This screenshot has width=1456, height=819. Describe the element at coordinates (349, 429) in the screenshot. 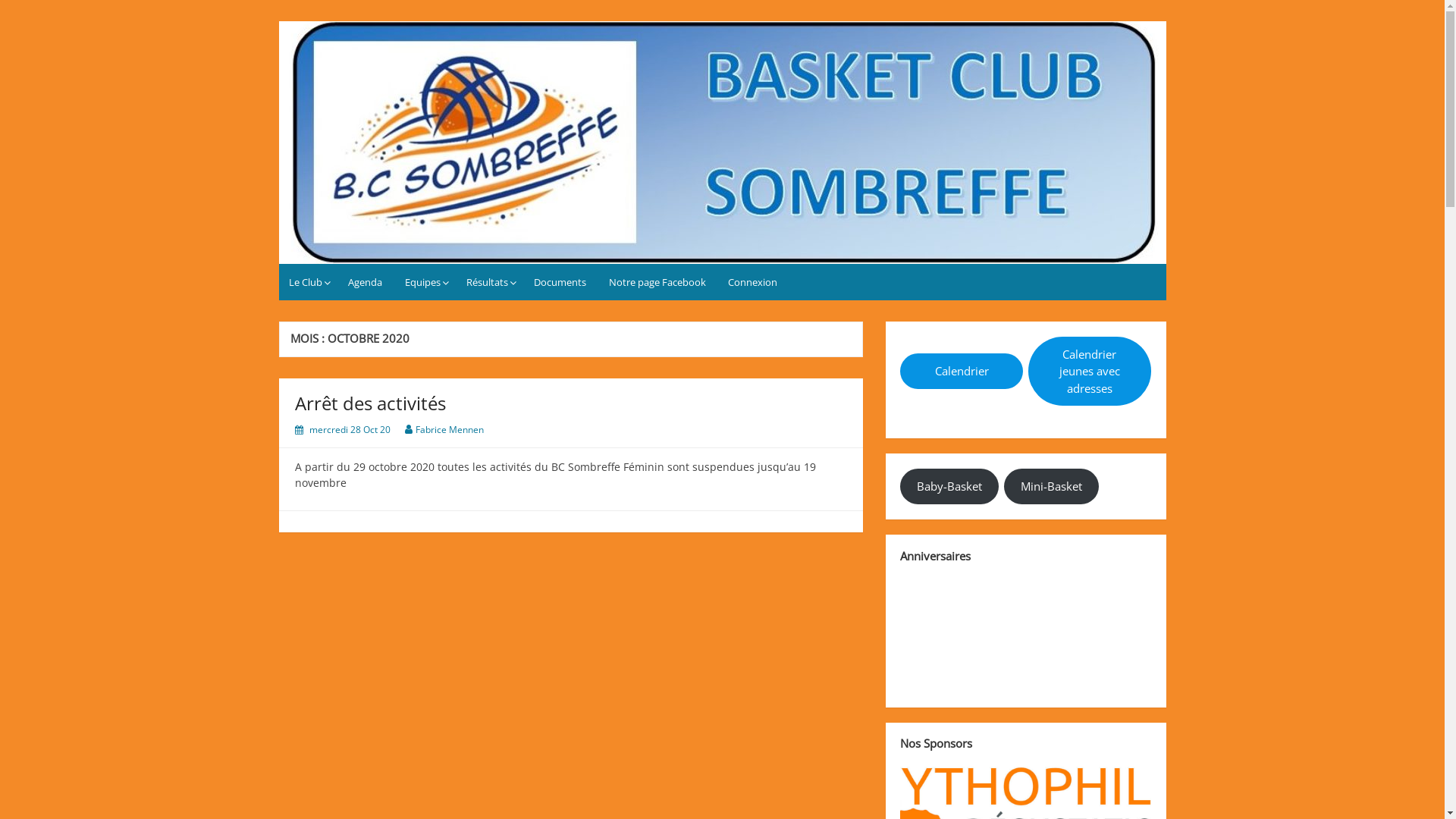

I see `'mercredi 28 Oct 20'` at that location.